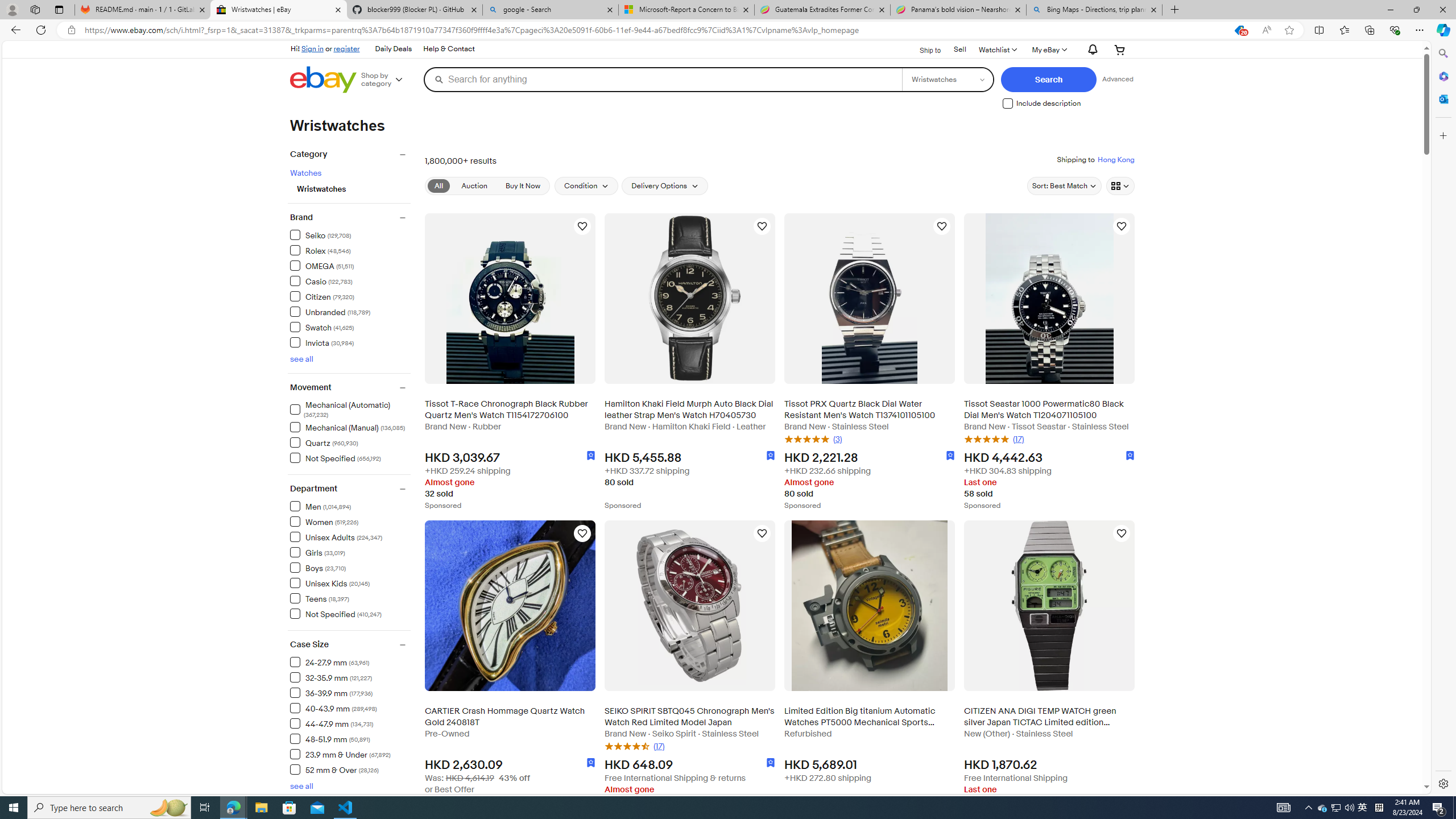 The width and height of the screenshot is (1456, 819). What do you see at coordinates (350, 644) in the screenshot?
I see `'Case Size'` at bounding box center [350, 644].